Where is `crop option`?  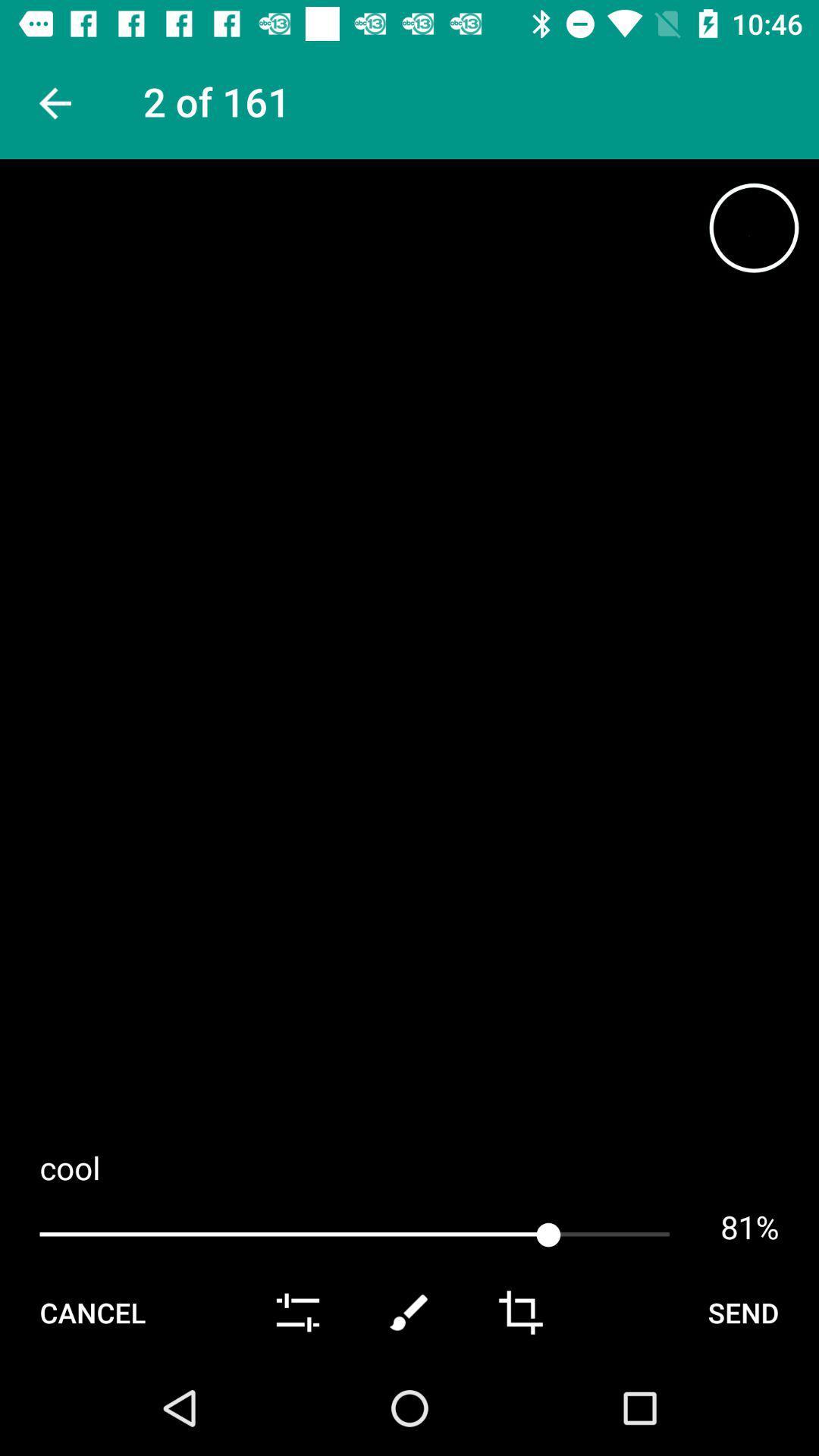 crop option is located at coordinates (519, 1312).